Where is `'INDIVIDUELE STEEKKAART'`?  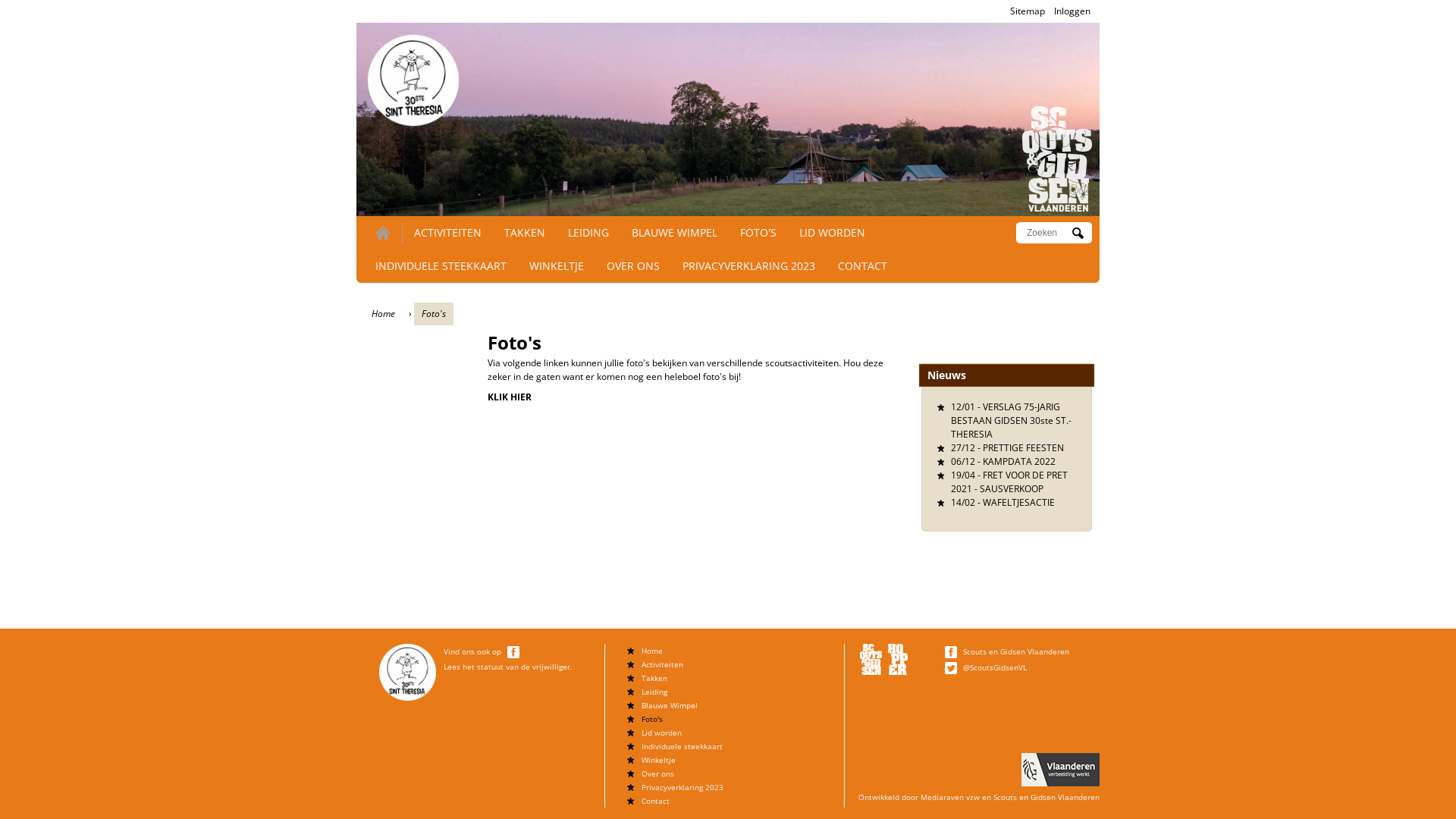 'INDIVIDUELE STEEKKAART' is located at coordinates (440, 265).